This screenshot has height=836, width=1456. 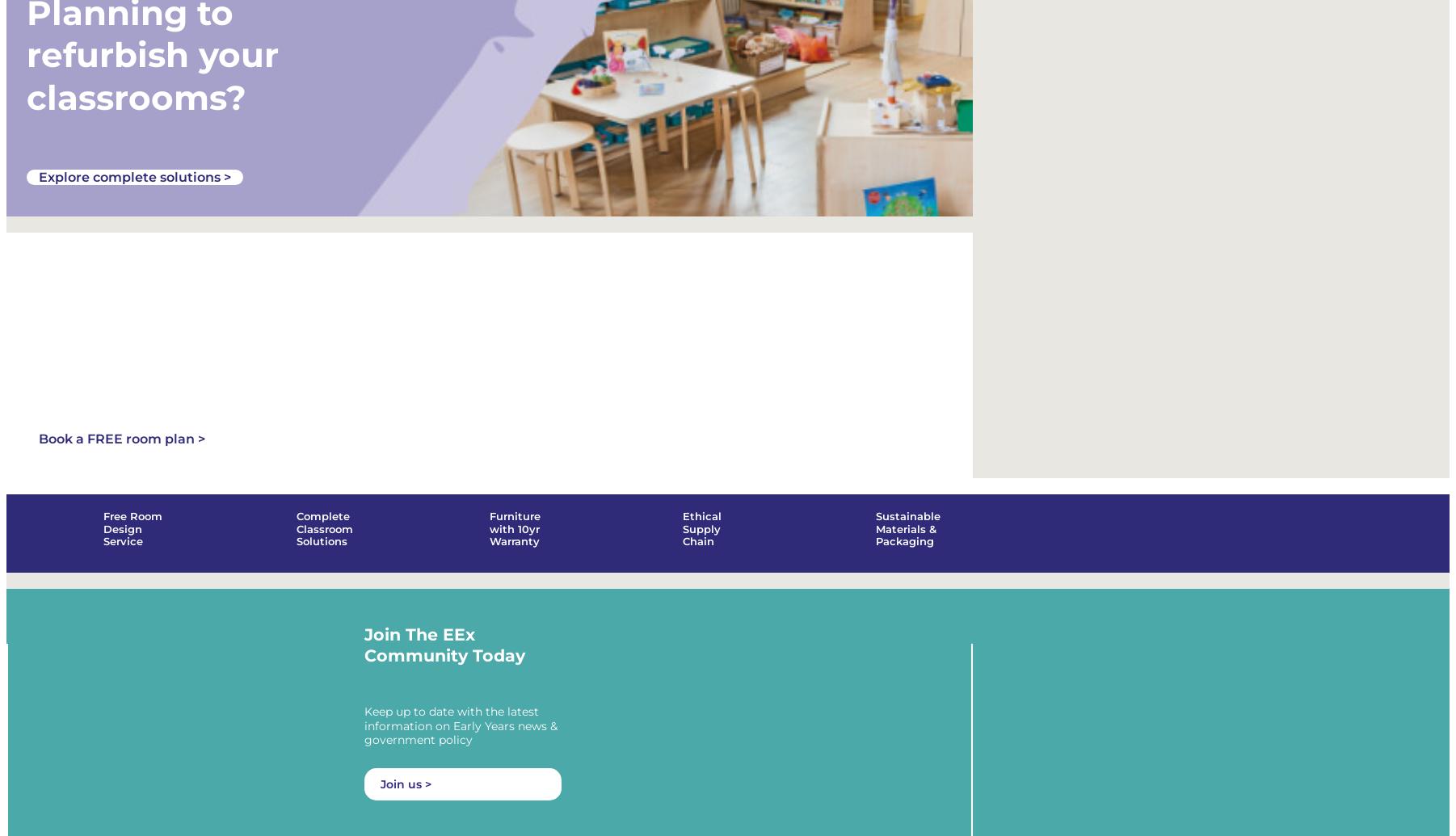 What do you see at coordinates (152, 54) in the screenshot?
I see `'refurbish your'` at bounding box center [152, 54].